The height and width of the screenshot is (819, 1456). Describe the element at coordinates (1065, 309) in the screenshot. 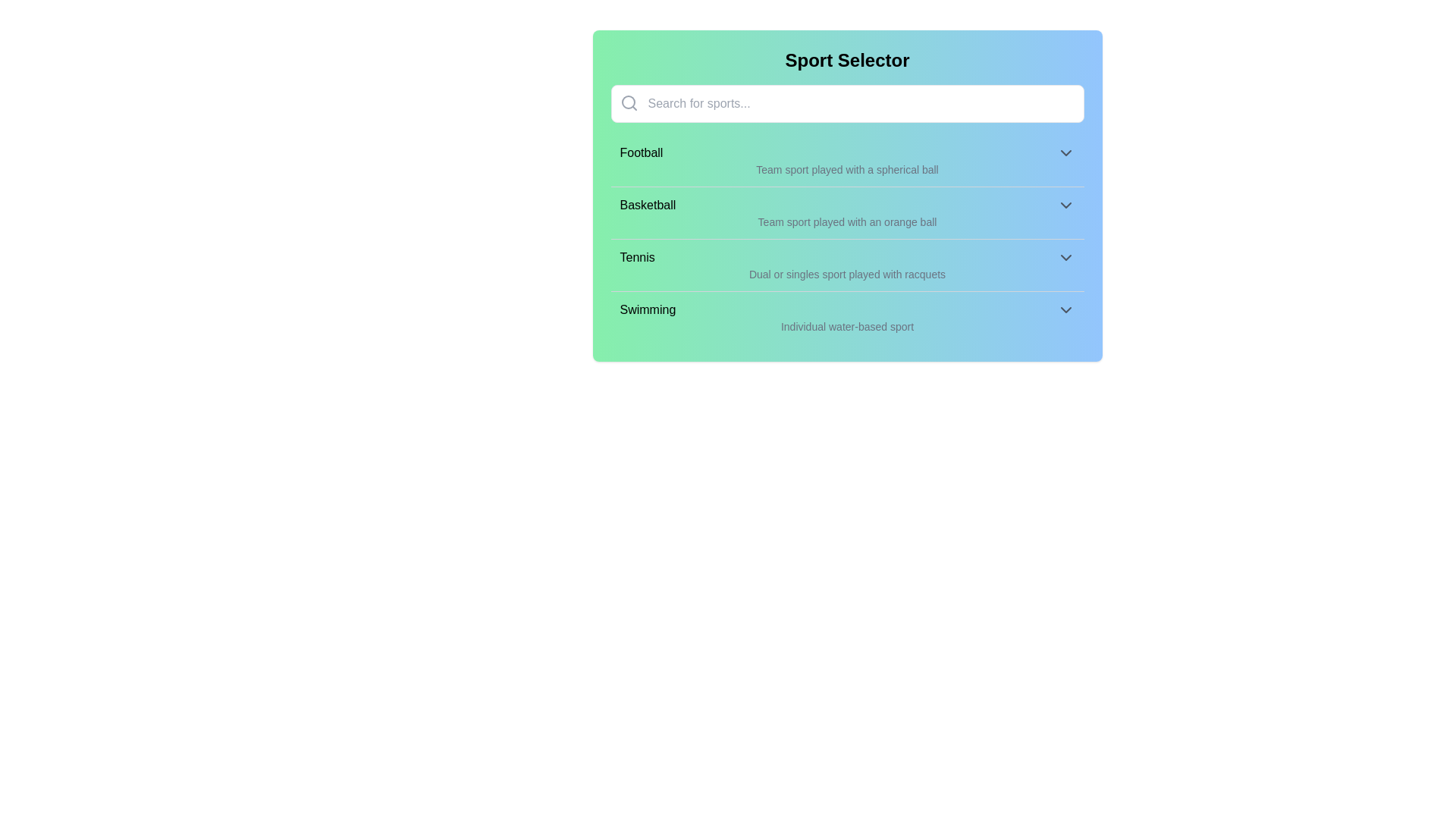

I see `the gray downward-pointing chevron icon located next to the 'Swimming' label in the sports list` at that location.